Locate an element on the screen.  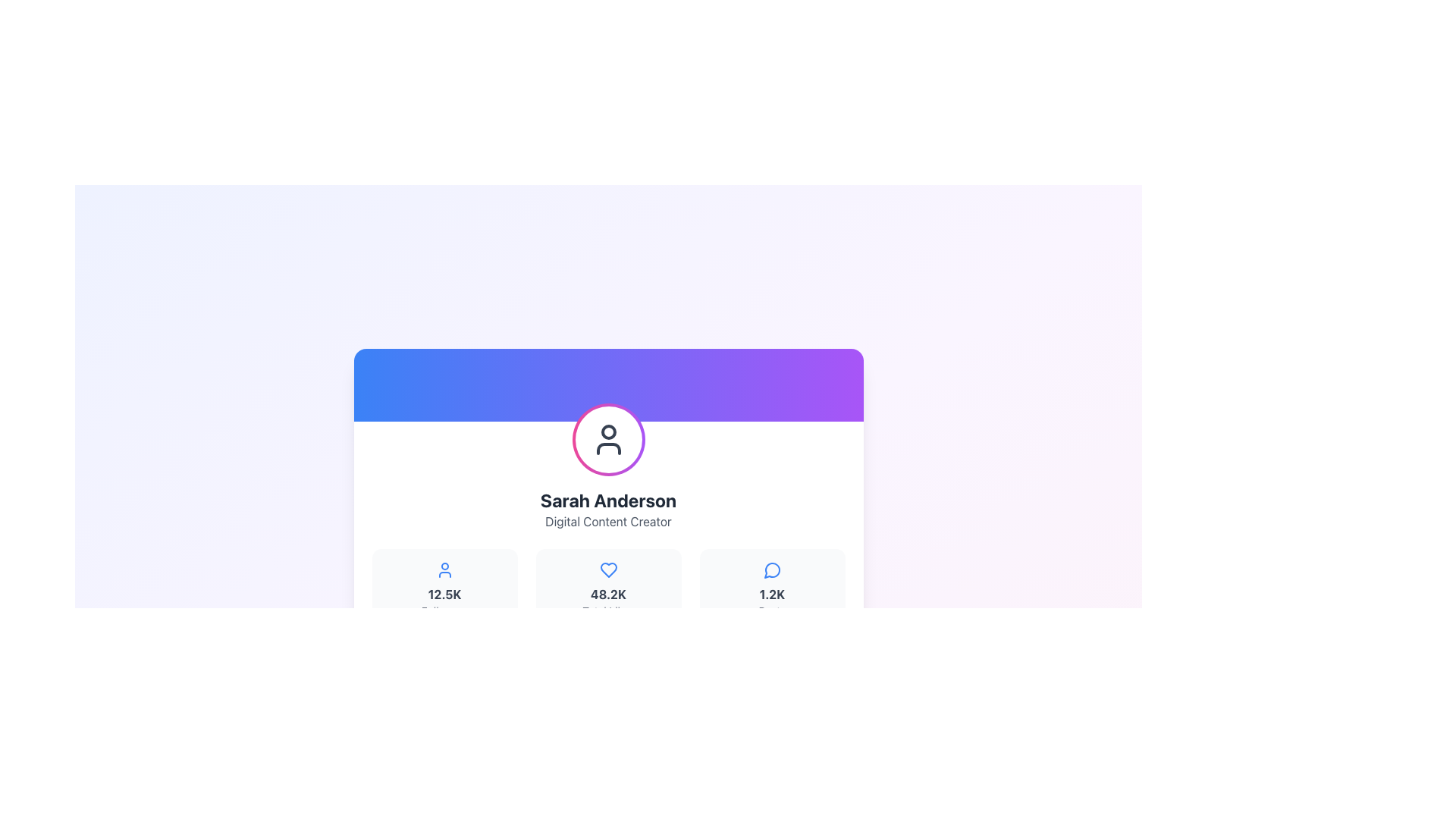
the Text label displaying the count value for user engagement, located centrally above the 'Total Likes' text and next to a heart-shaped icon is located at coordinates (608, 593).